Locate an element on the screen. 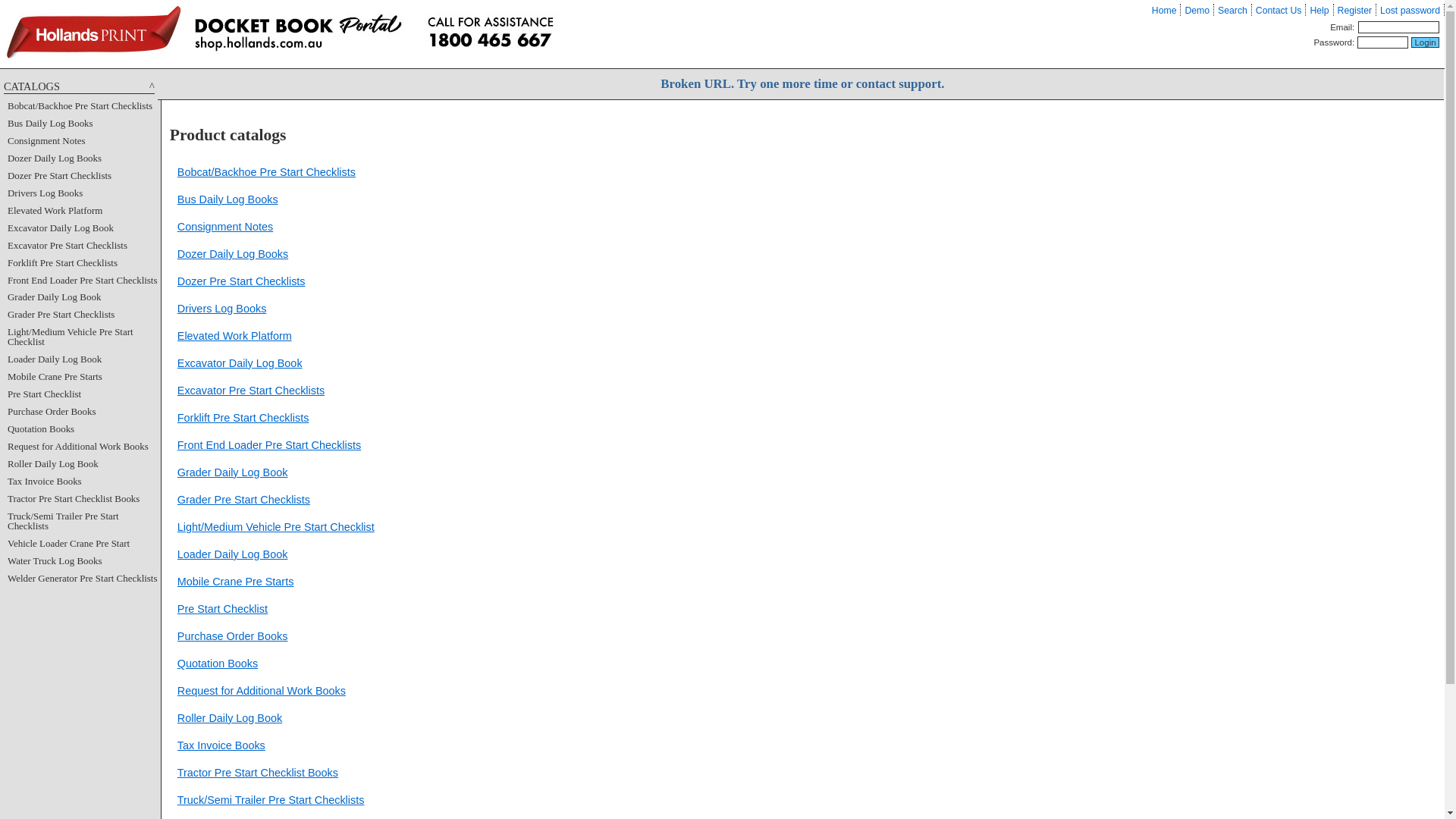 The height and width of the screenshot is (819, 1456). 'Lost password' is located at coordinates (1379, 11).